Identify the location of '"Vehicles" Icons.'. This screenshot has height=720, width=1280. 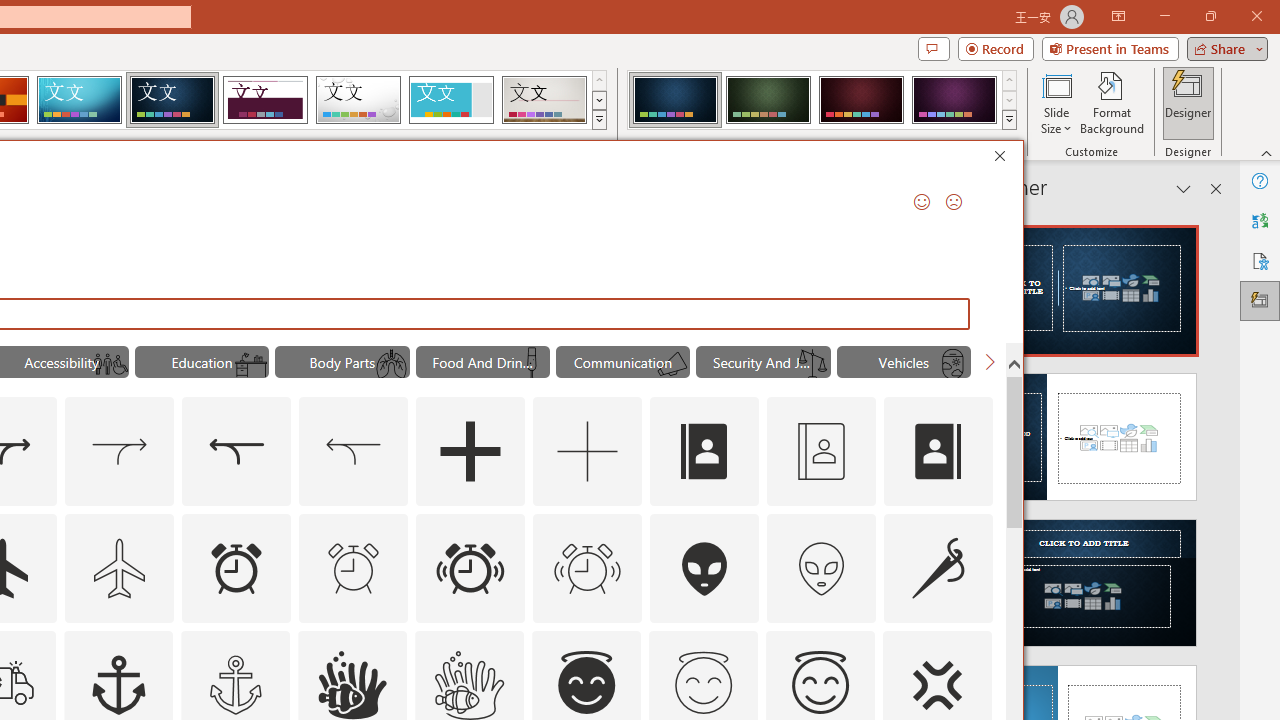
(903, 362).